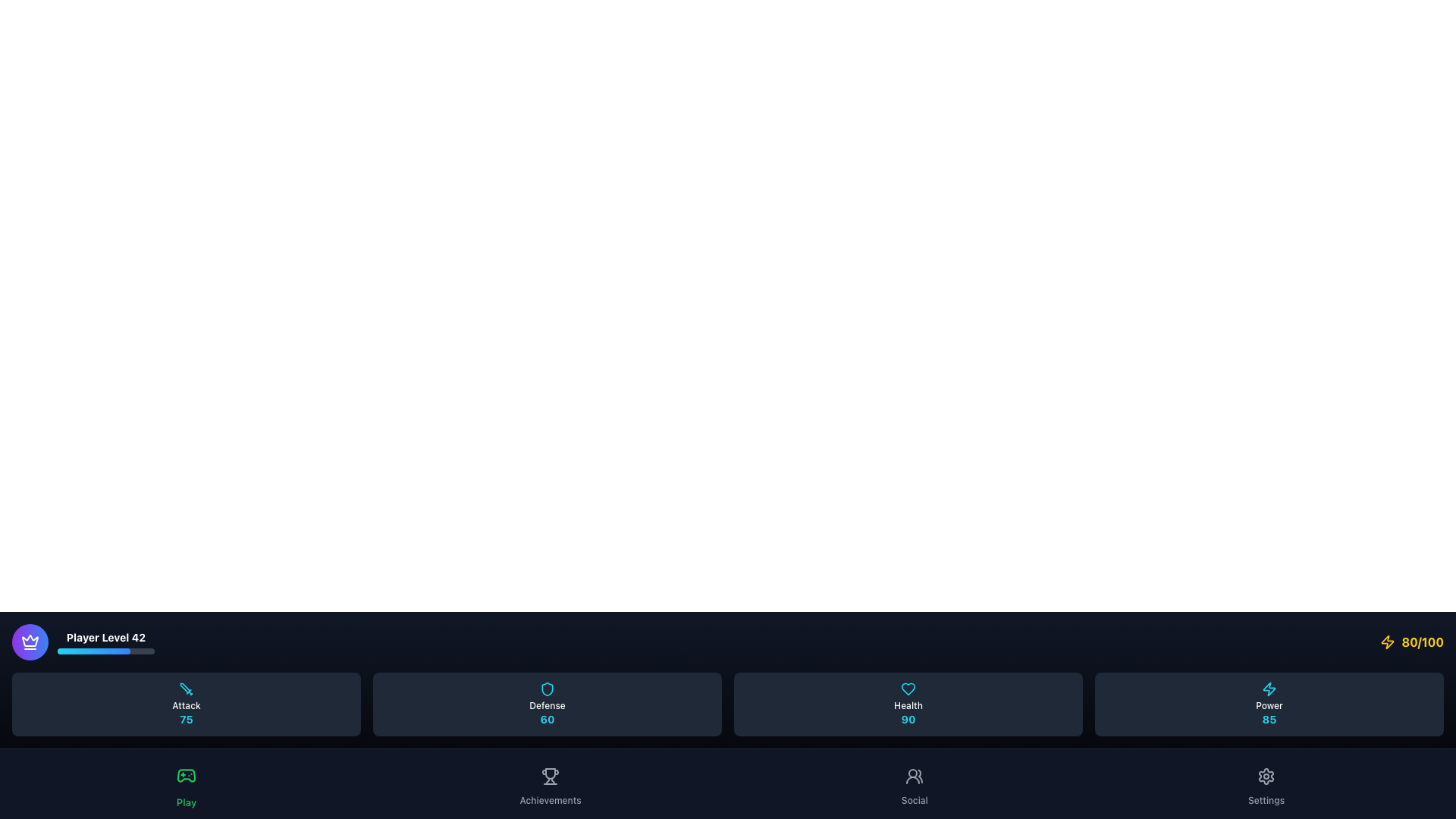 Image resolution: width=1456 pixels, height=819 pixels. I want to click on the green outline of the game controller icon in the footer navigation bar, which is the second icon from the left within the 'Play' group, so click(185, 775).